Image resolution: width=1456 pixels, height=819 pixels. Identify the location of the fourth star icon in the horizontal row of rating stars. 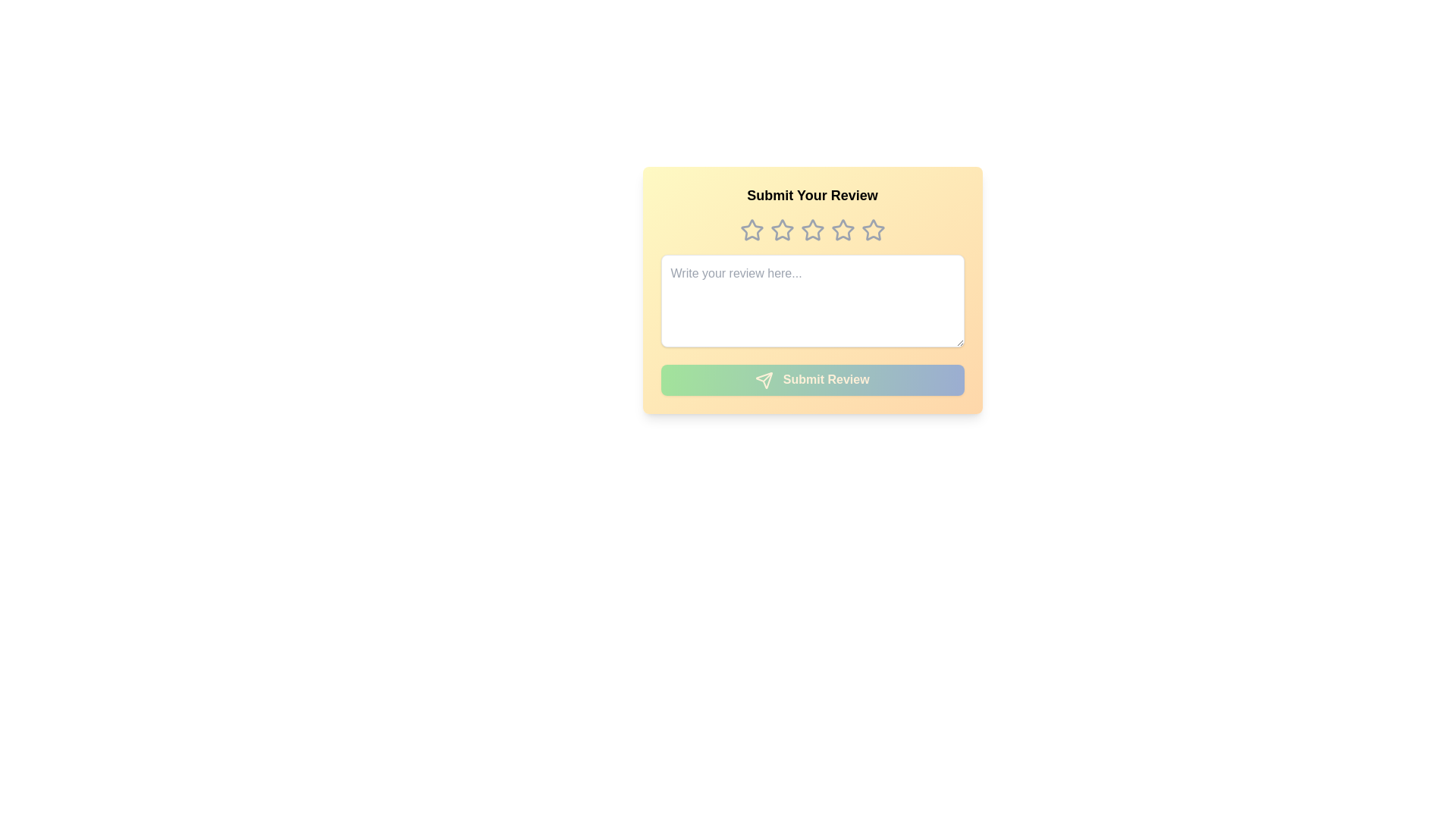
(842, 230).